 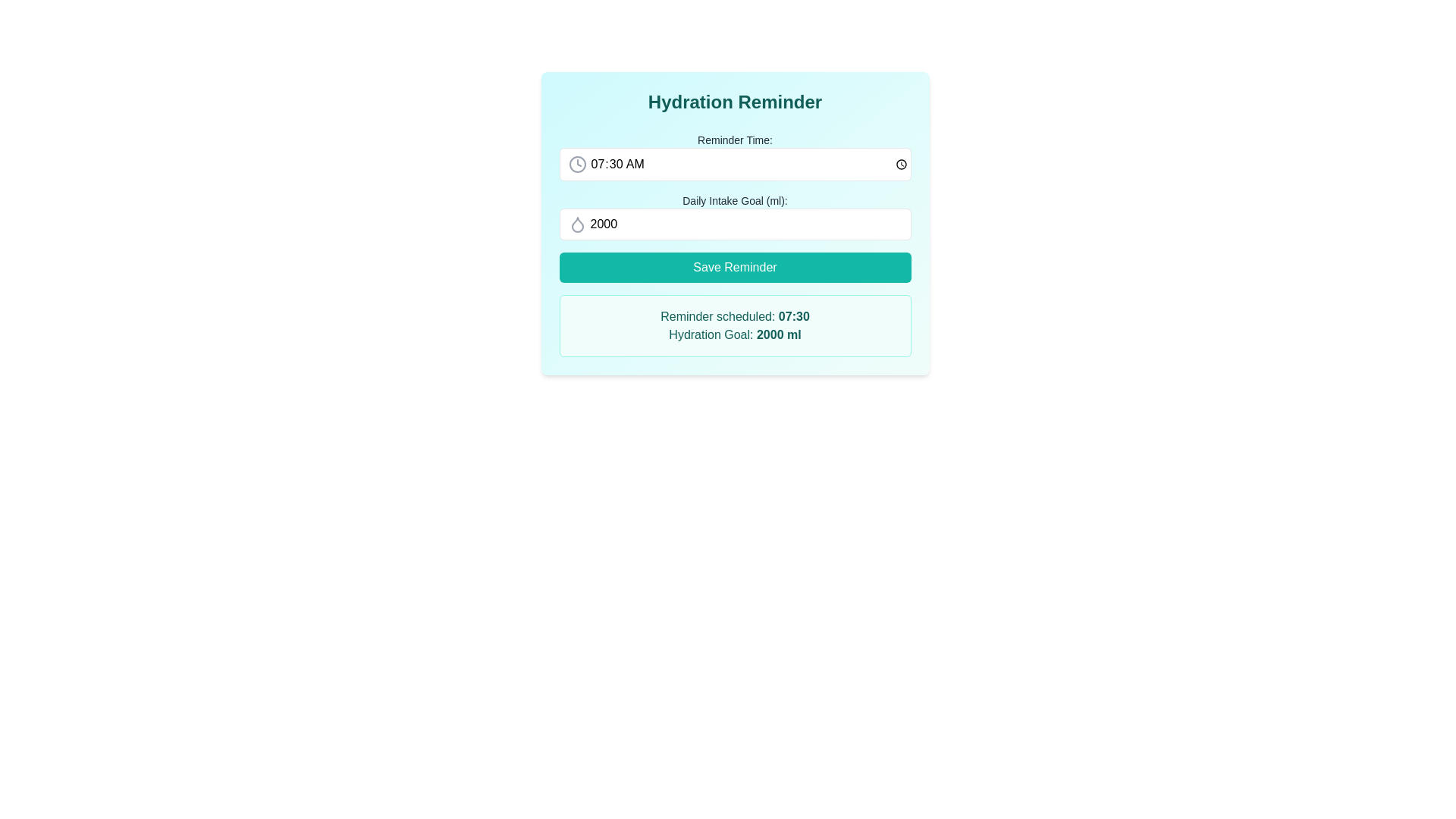 What do you see at coordinates (735, 325) in the screenshot?
I see `summarized information displayed in the textbox about the configured hydration reminder, which includes the schedule time and goal quantity of water` at bounding box center [735, 325].